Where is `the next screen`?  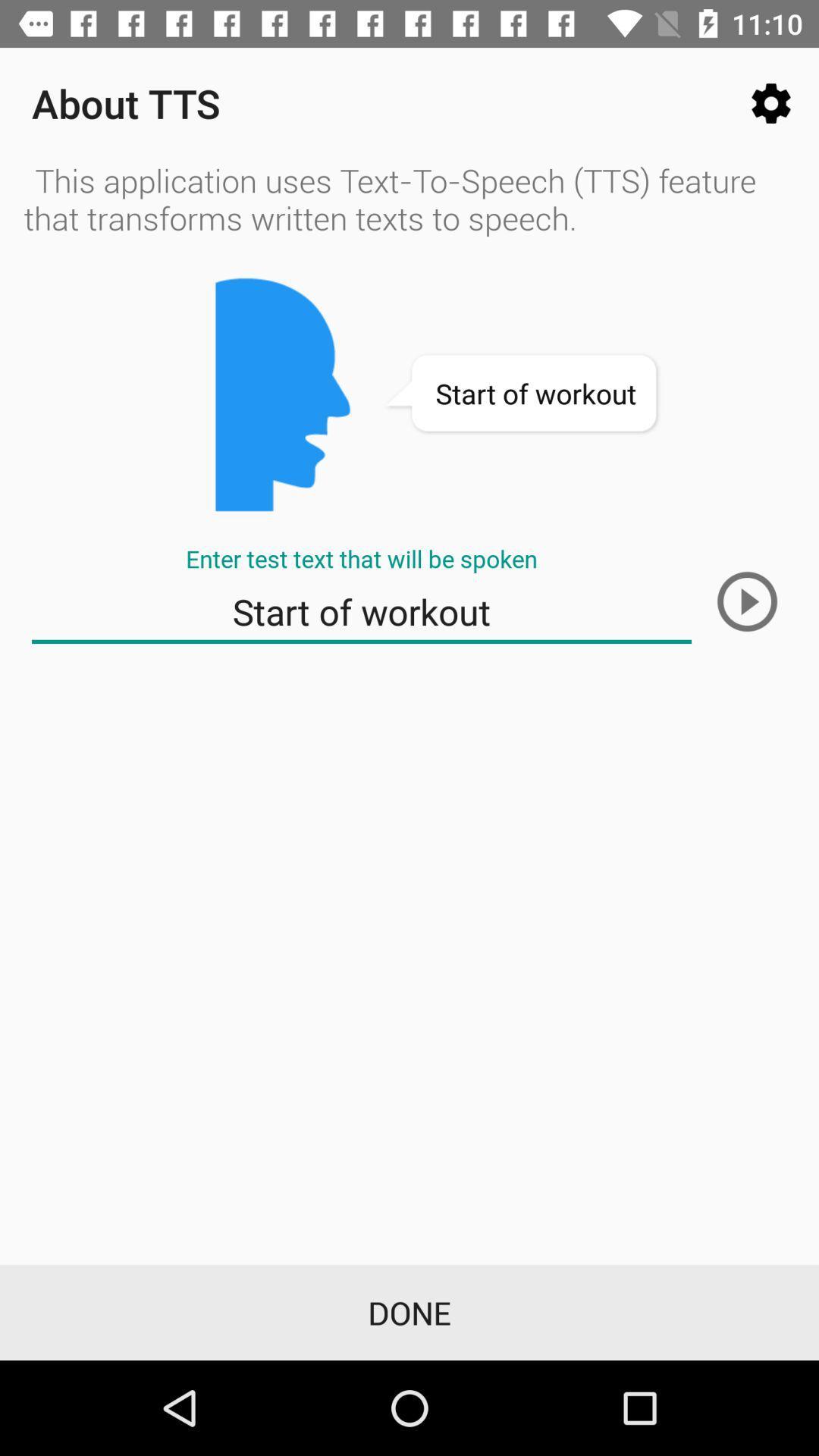
the next screen is located at coordinates (746, 601).